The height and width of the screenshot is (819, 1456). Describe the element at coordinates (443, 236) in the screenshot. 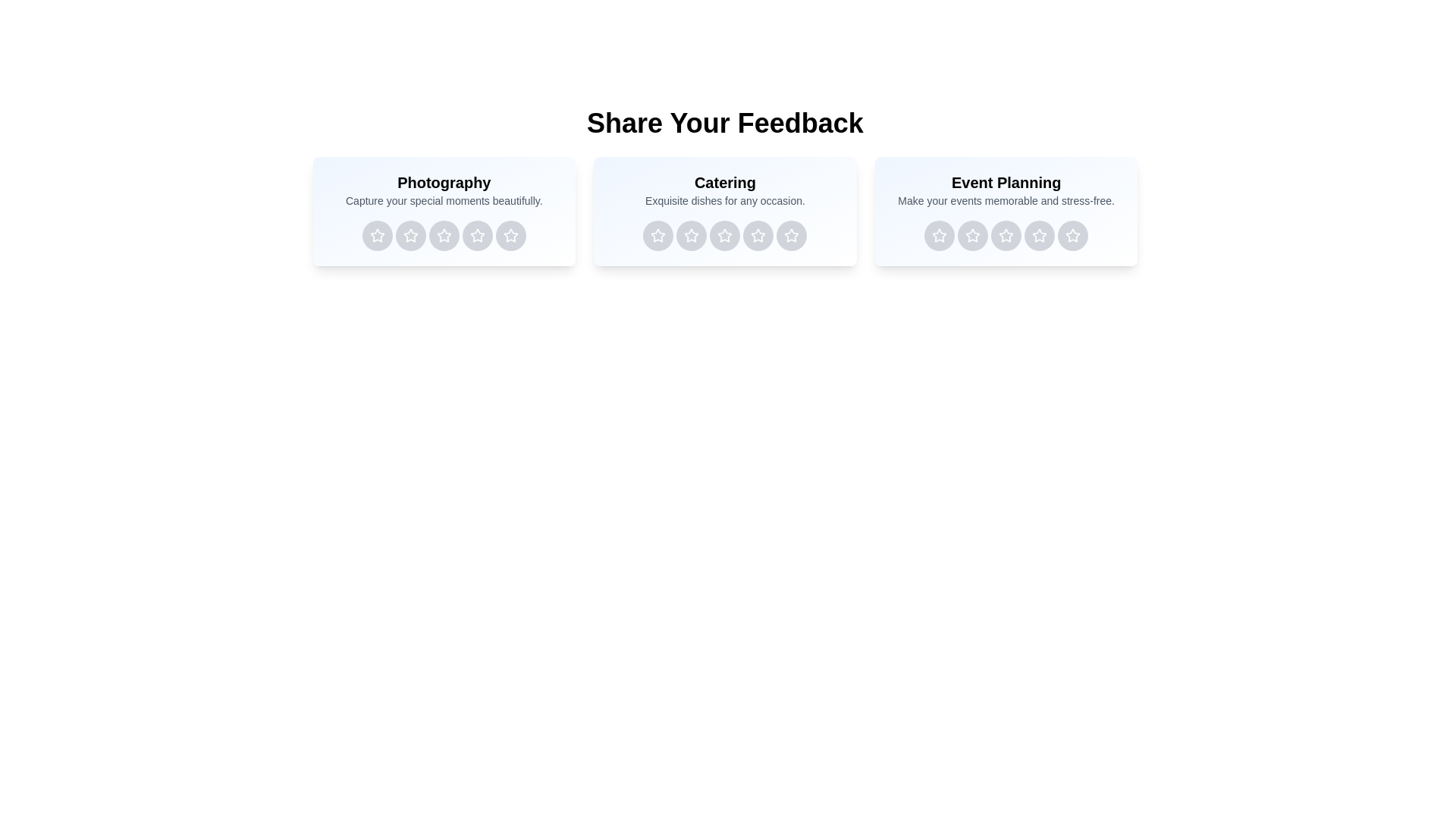

I see `the rating button for Photography service with 3 stars` at that location.